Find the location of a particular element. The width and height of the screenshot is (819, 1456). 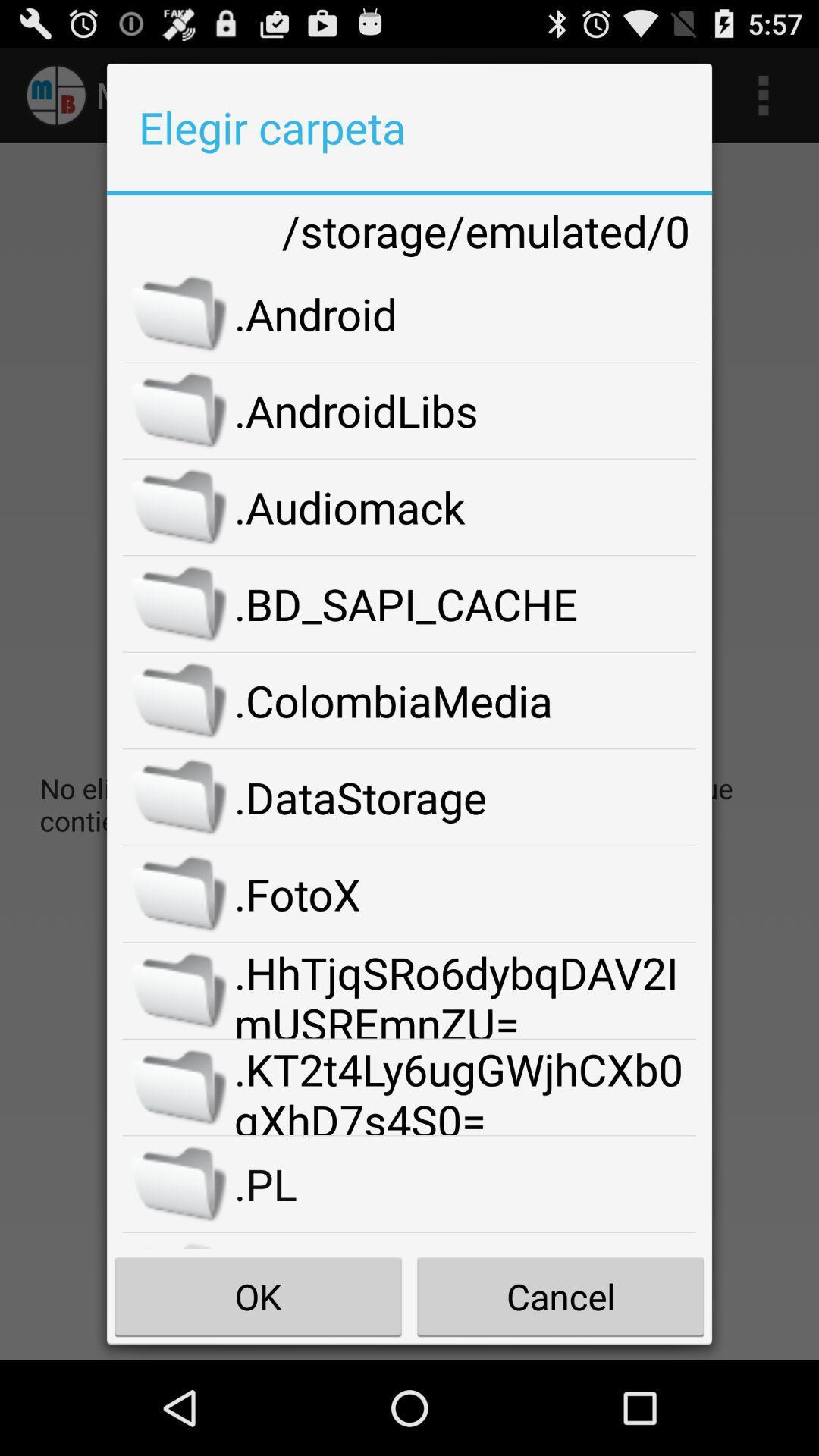

the item below .sdkdownloads is located at coordinates (560, 1295).